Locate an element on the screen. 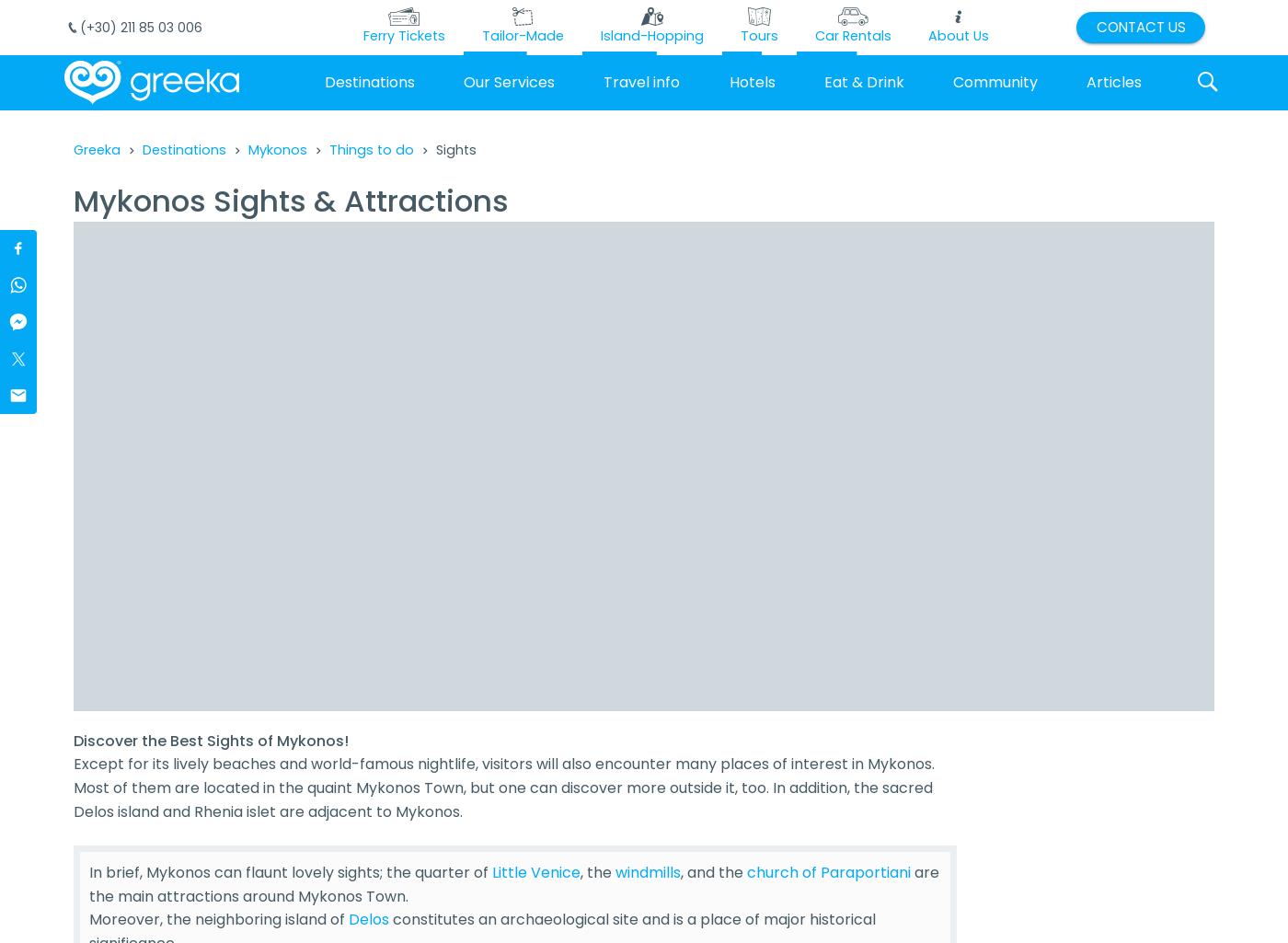 This screenshot has width=1288, height=943. 'are the main attractions around Mykonos Town.' is located at coordinates (514, 884).